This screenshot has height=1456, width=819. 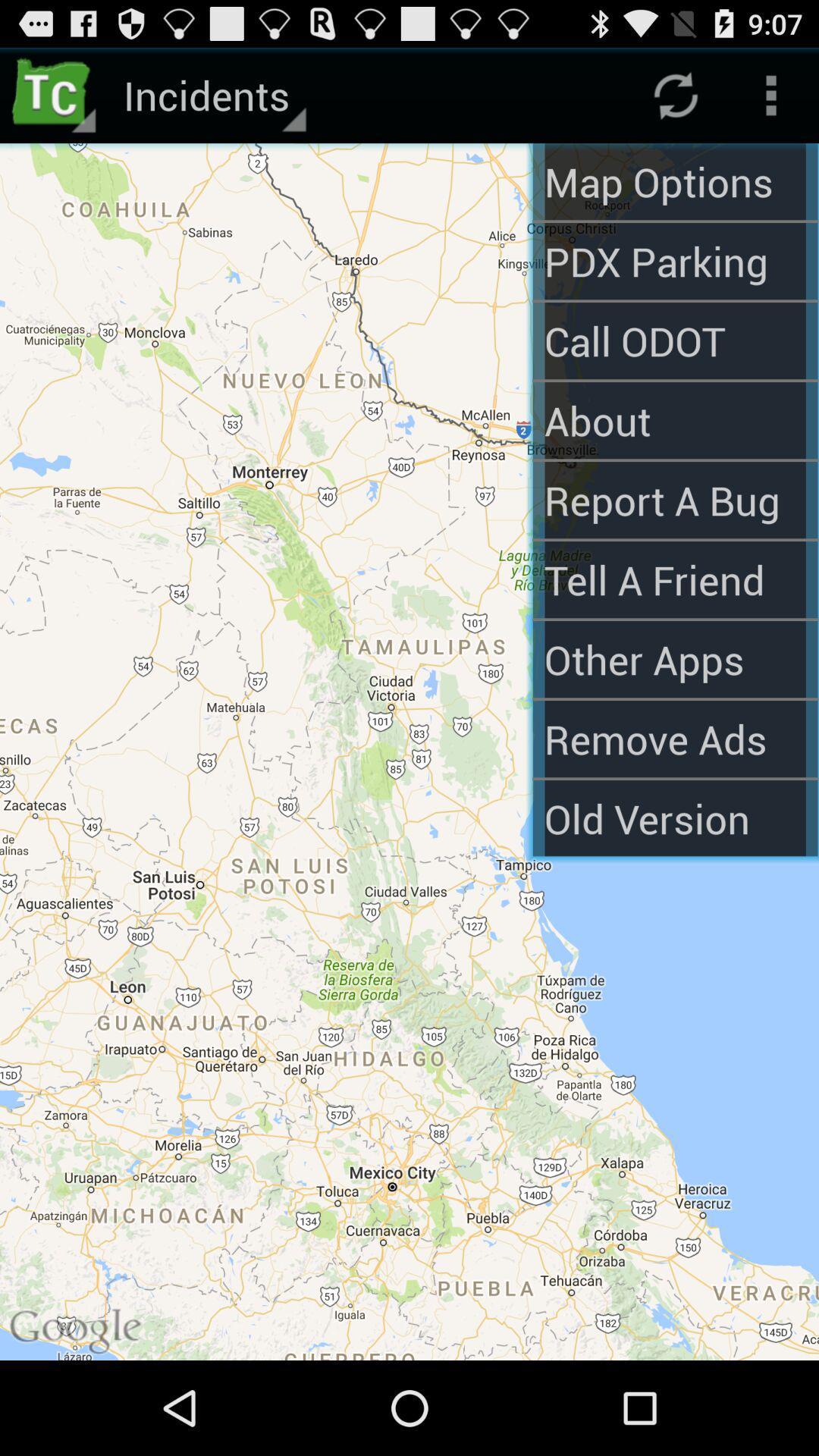 What do you see at coordinates (55, 94) in the screenshot?
I see `app next to incidents` at bounding box center [55, 94].